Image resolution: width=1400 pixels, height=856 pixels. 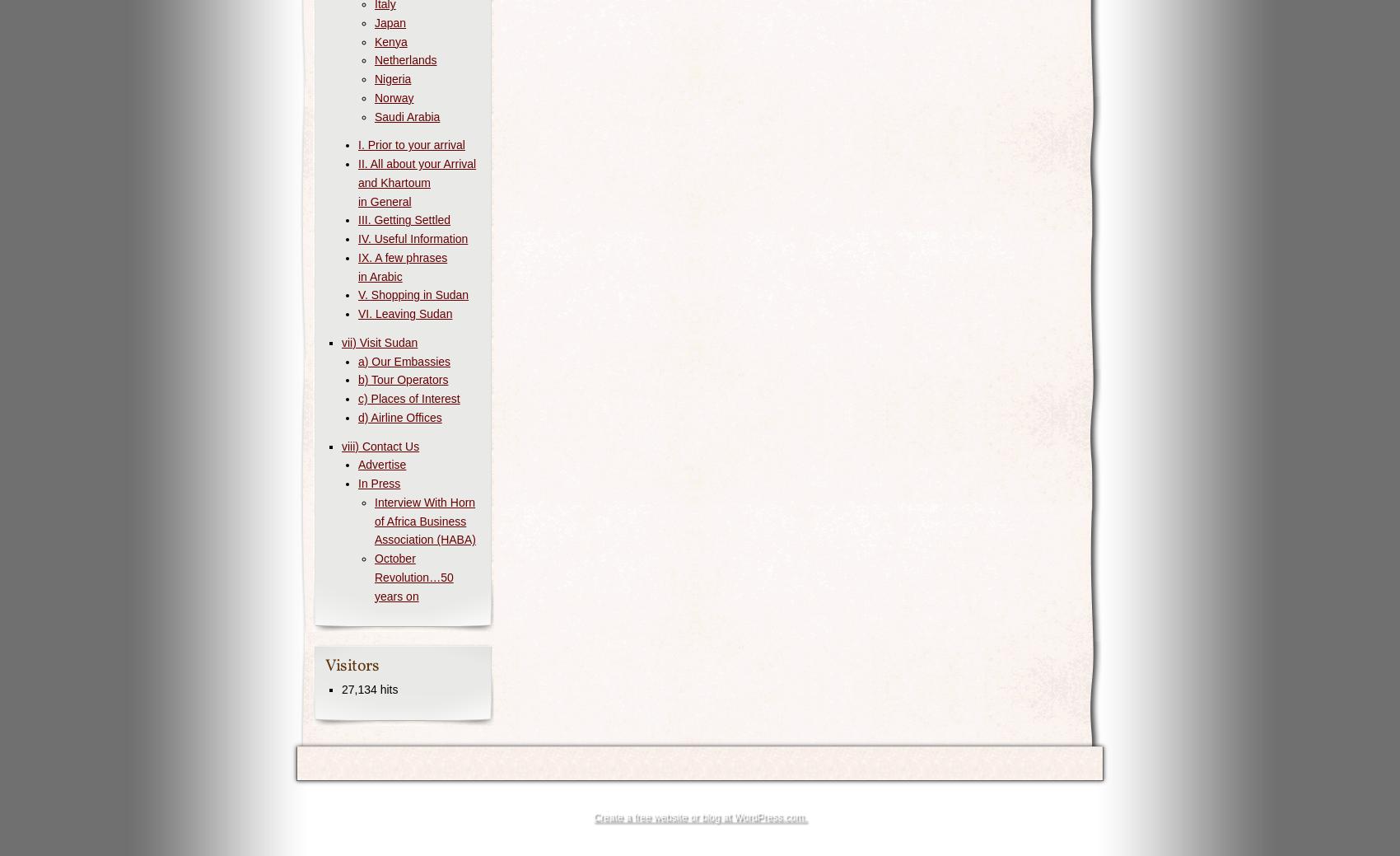 I want to click on 'Norway', so click(x=394, y=96).